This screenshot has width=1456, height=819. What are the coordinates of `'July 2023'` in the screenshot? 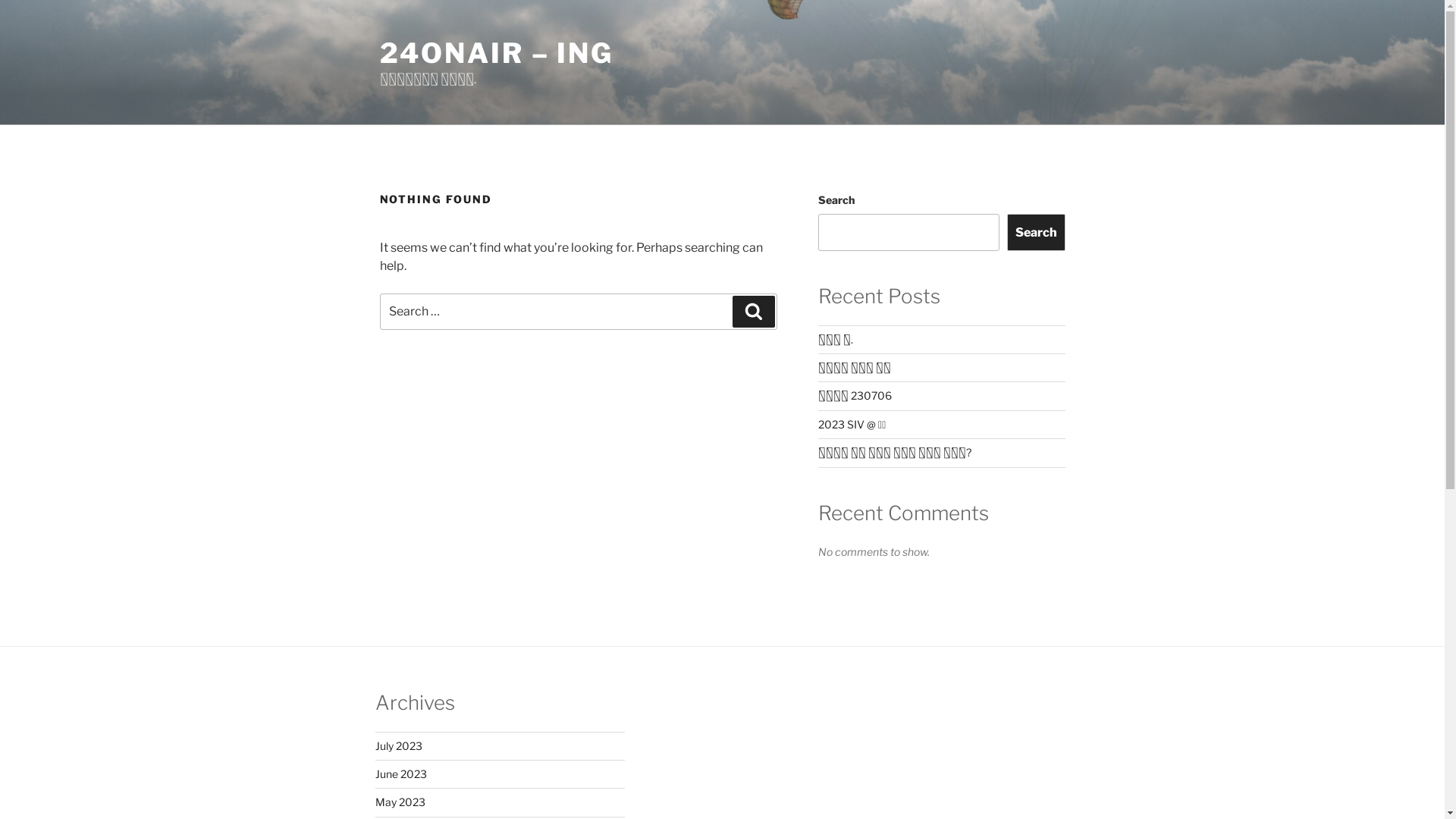 It's located at (397, 745).